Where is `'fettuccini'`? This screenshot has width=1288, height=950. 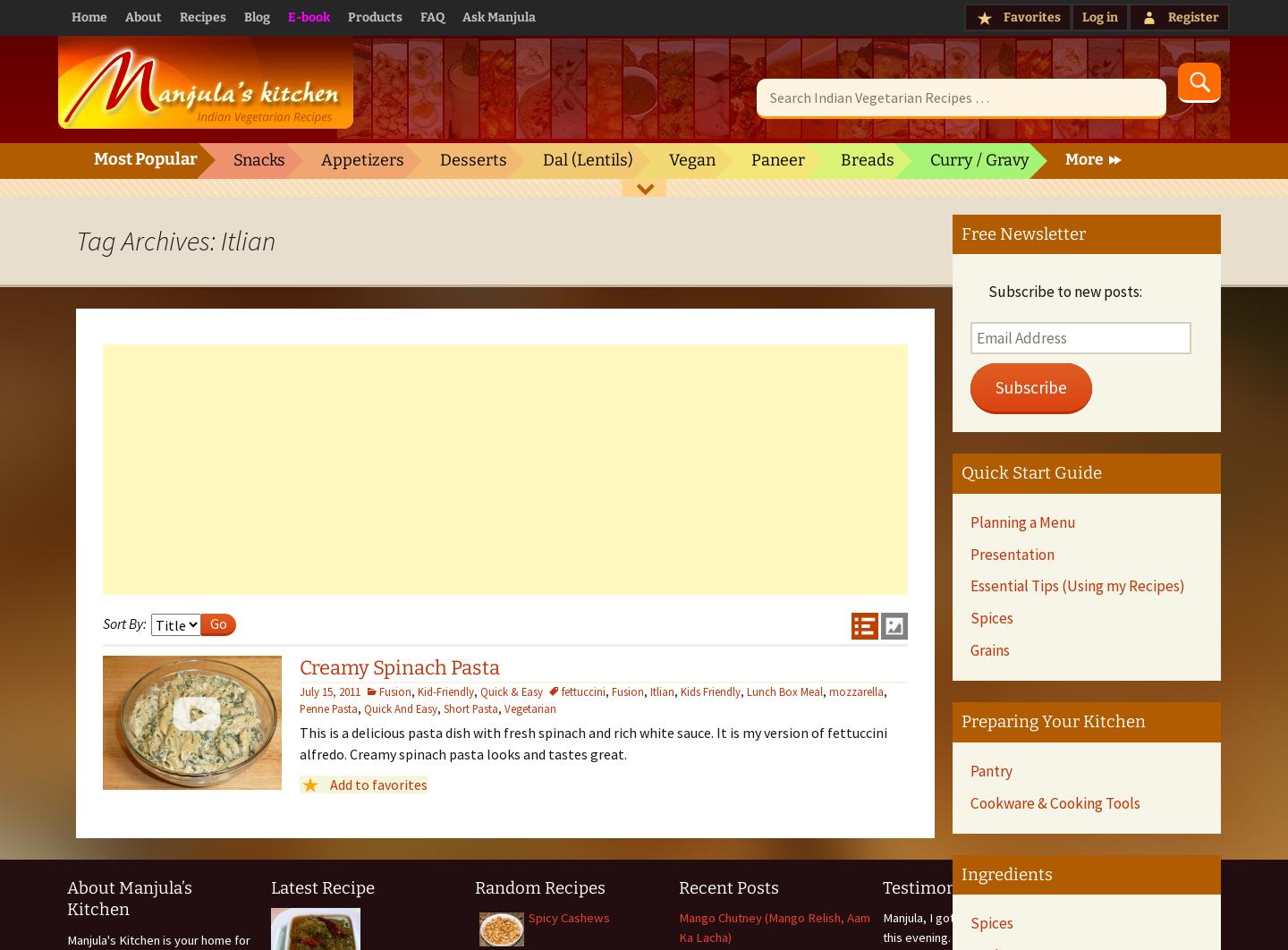
'fettuccini' is located at coordinates (582, 690).